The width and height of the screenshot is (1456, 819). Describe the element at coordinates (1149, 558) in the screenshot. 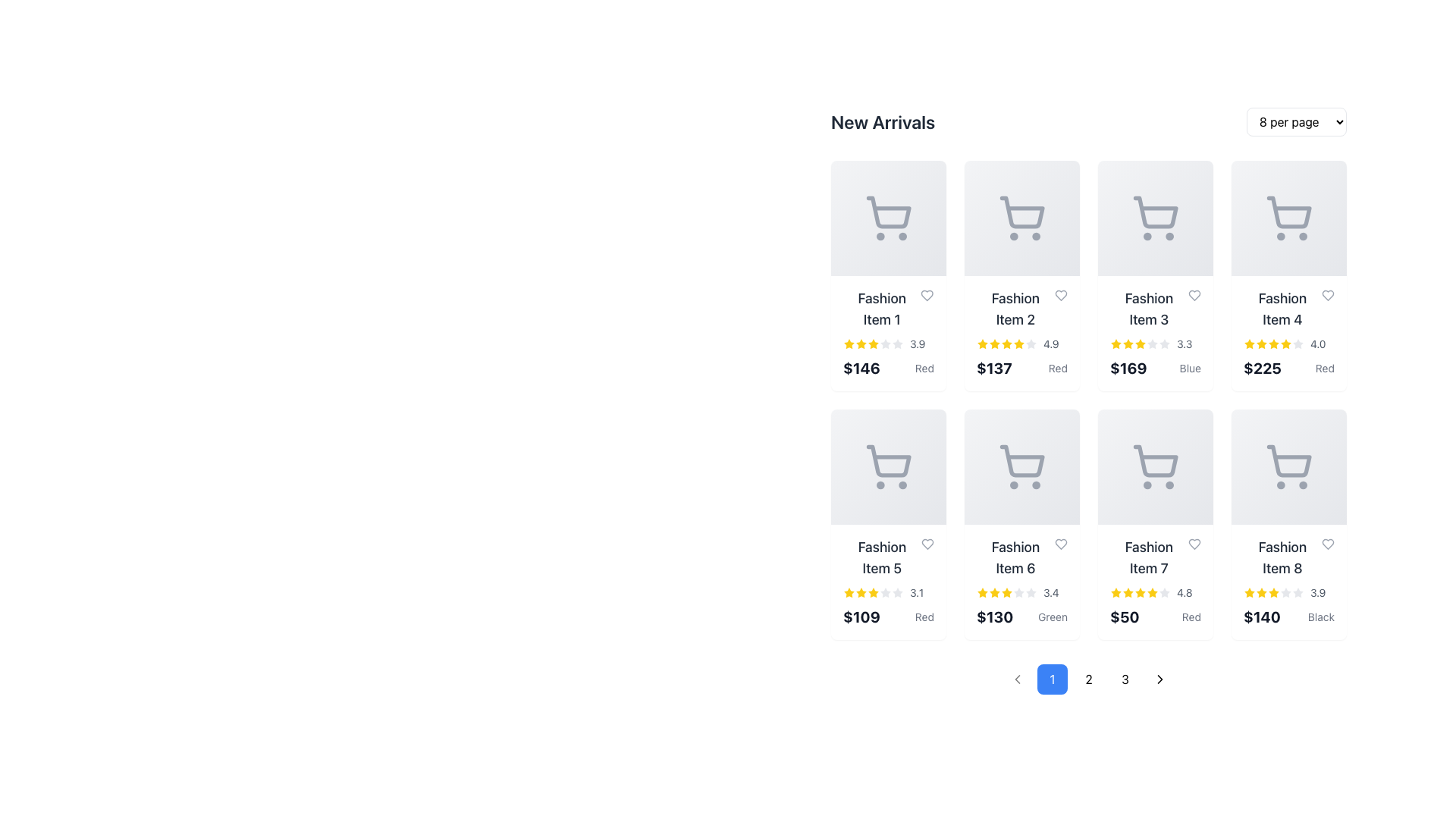

I see `the text label displaying 'Fashion Item 7' located in the second row, third column of the grid layout under the 'New Arrivals' section` at that location.